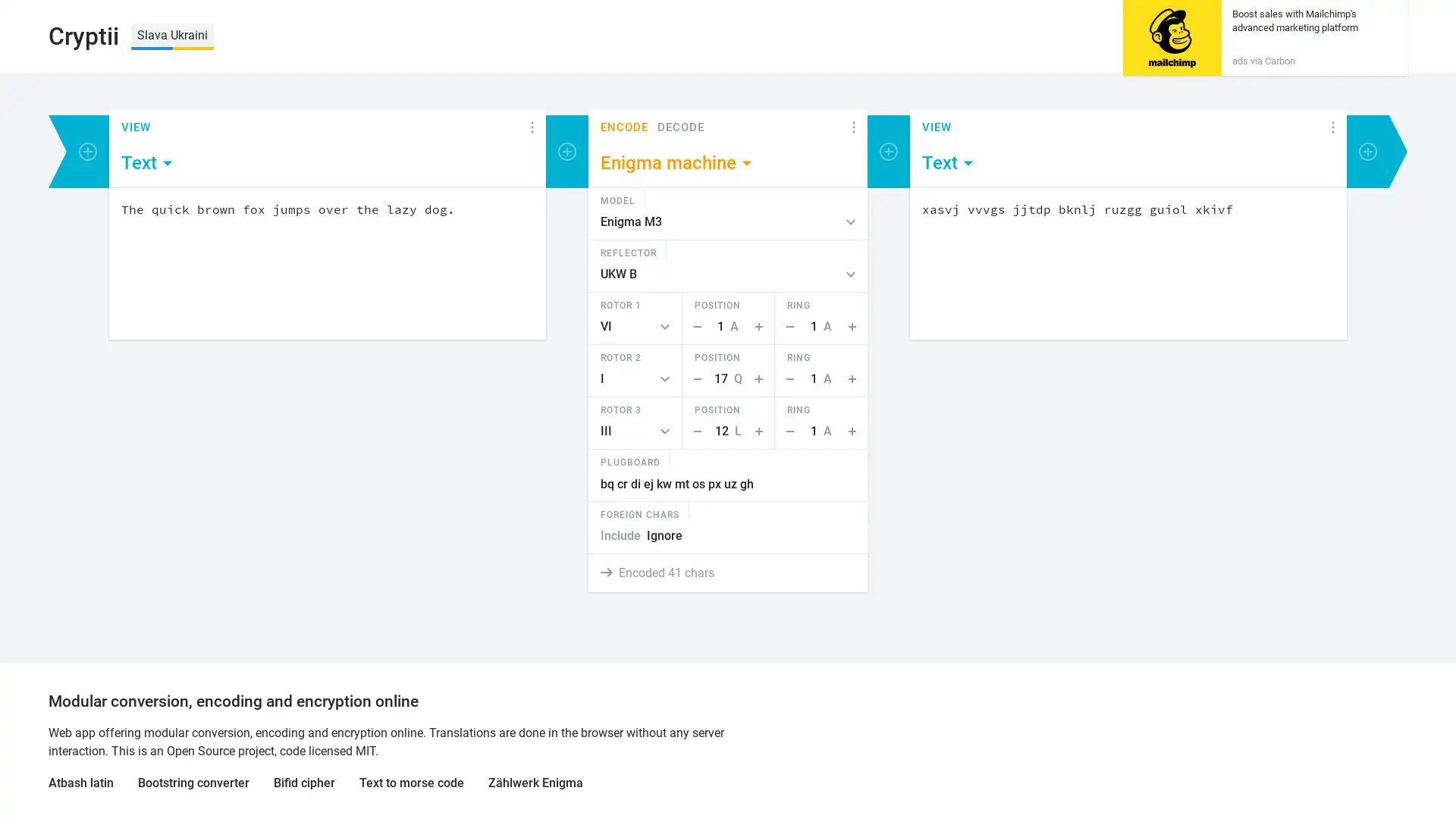 The height and width of the screenshot is (819, 1456). I want to click on Step Down, so click(786, 326).